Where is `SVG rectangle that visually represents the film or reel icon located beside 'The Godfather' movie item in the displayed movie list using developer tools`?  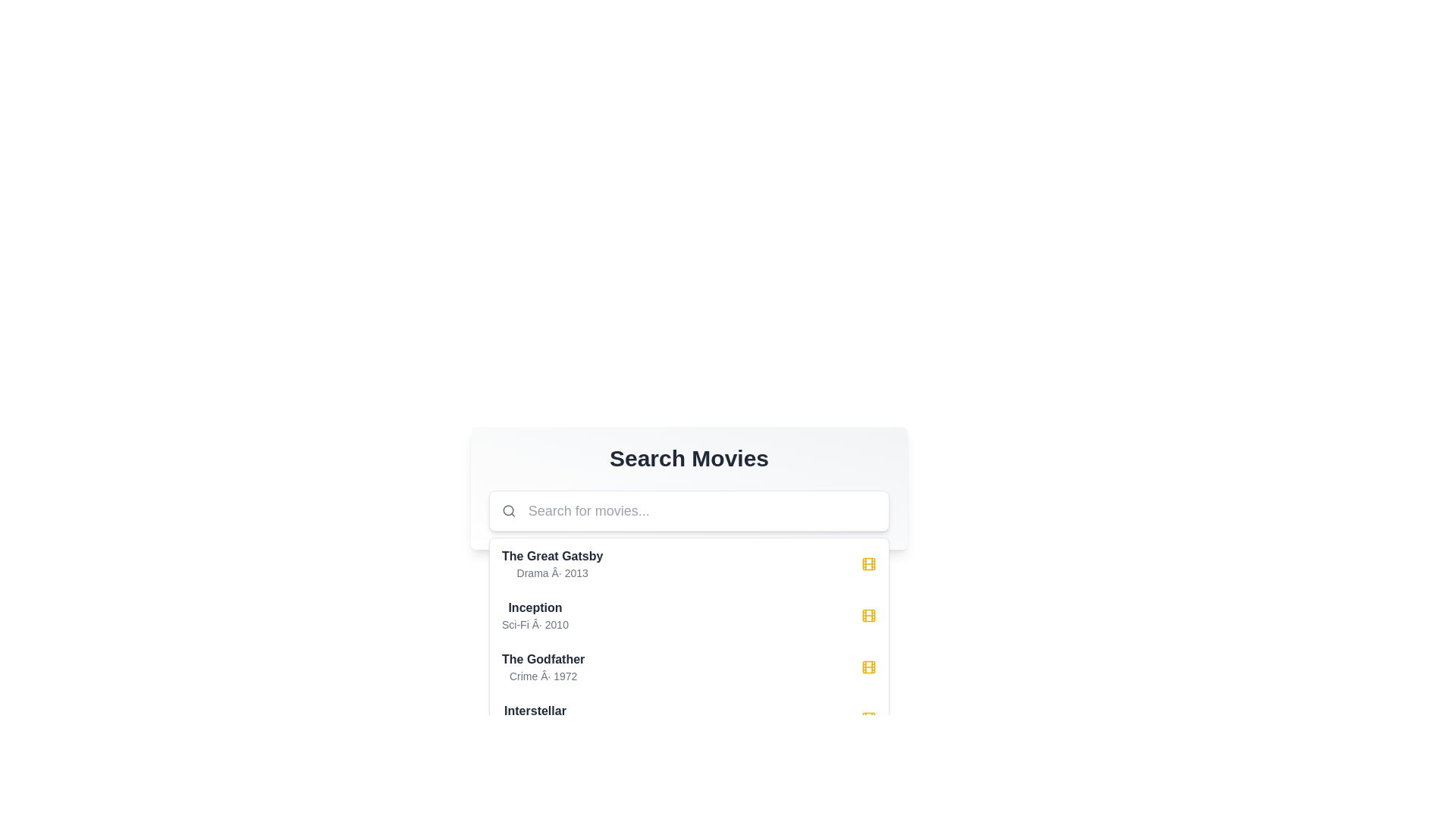 SVG rectangle that visually represents the film or reel icon located beside 'The Godfather' movie item in the displayed movie list using developer tools is located at coordinates (869, 666).